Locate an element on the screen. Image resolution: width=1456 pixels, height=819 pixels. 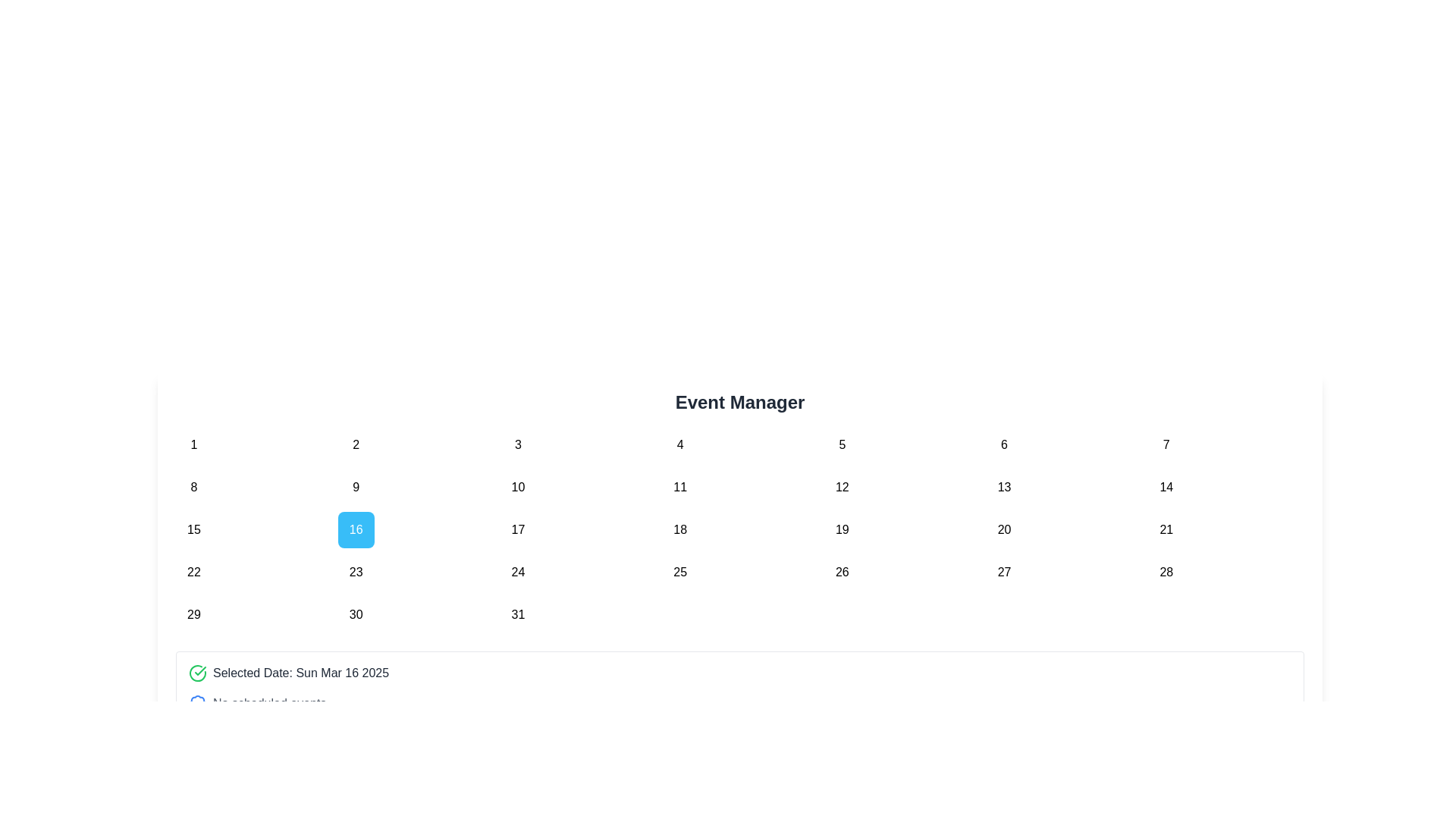
the date selection button representing the 9th day of the current month in the calendar grid is located at coordinates (355, 488).